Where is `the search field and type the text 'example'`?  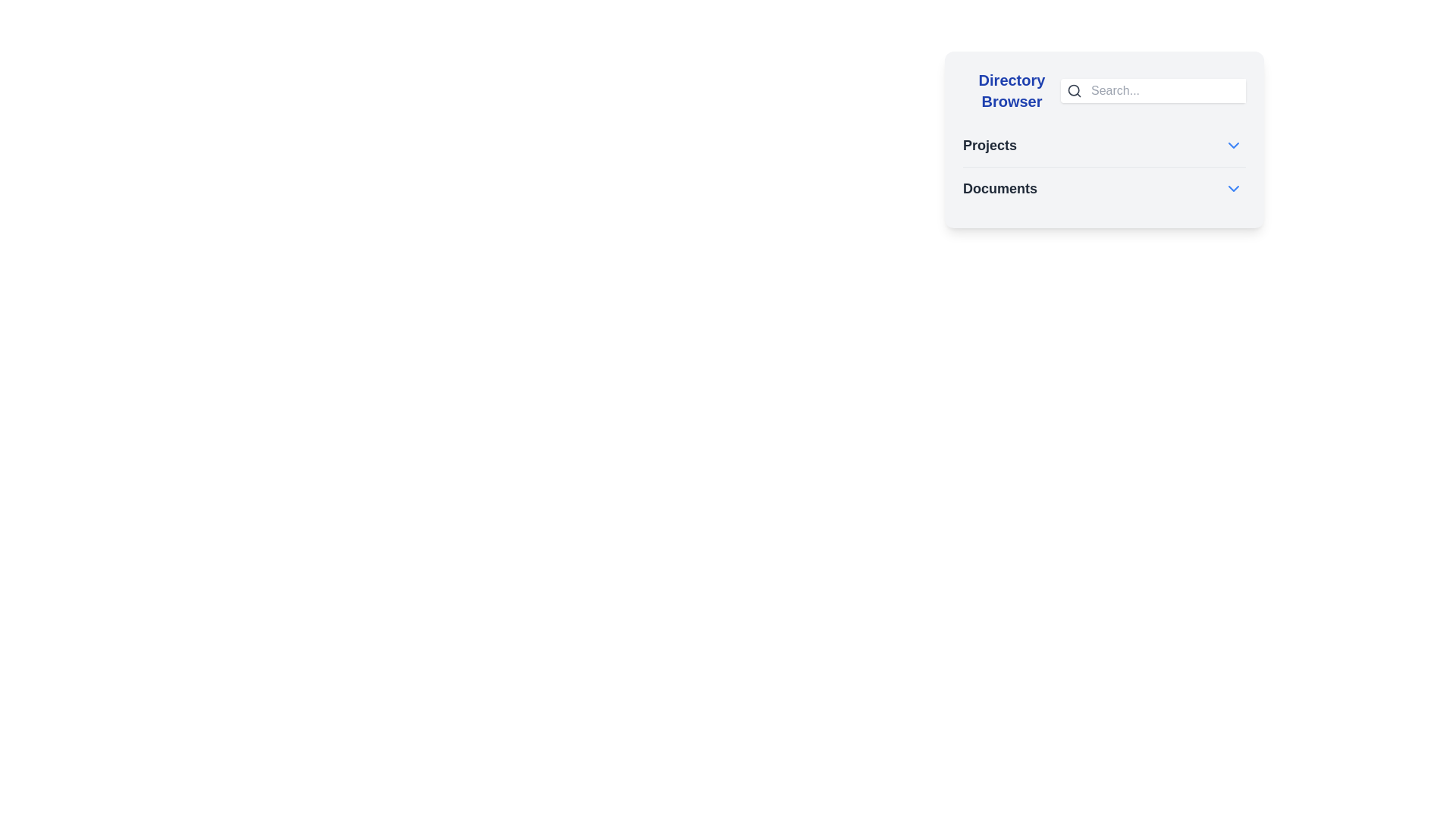
the search field and type the text 'example' is located at coordinates (1166, 90).